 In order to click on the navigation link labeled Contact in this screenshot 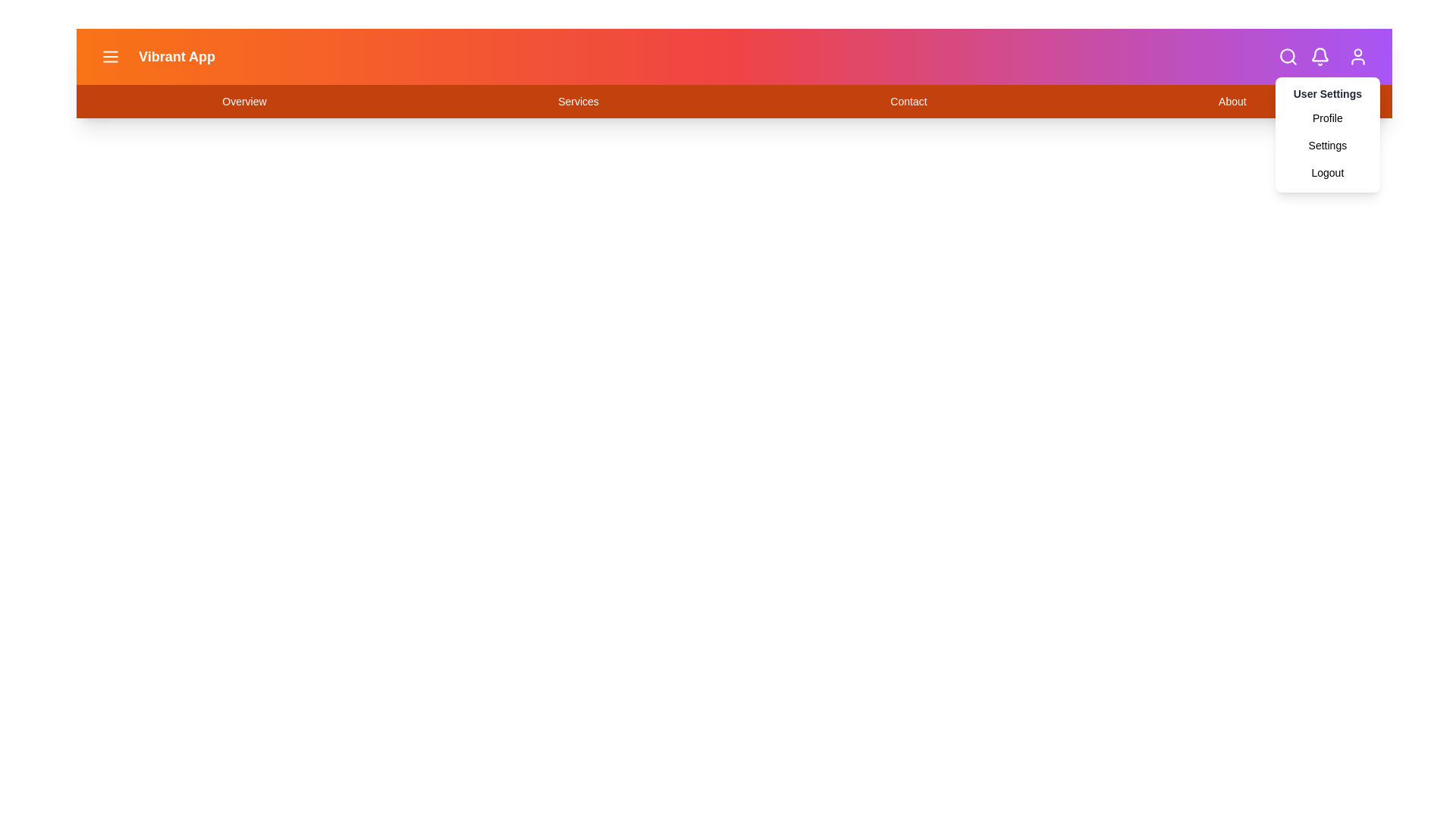, I will do `click(908, 102)`.